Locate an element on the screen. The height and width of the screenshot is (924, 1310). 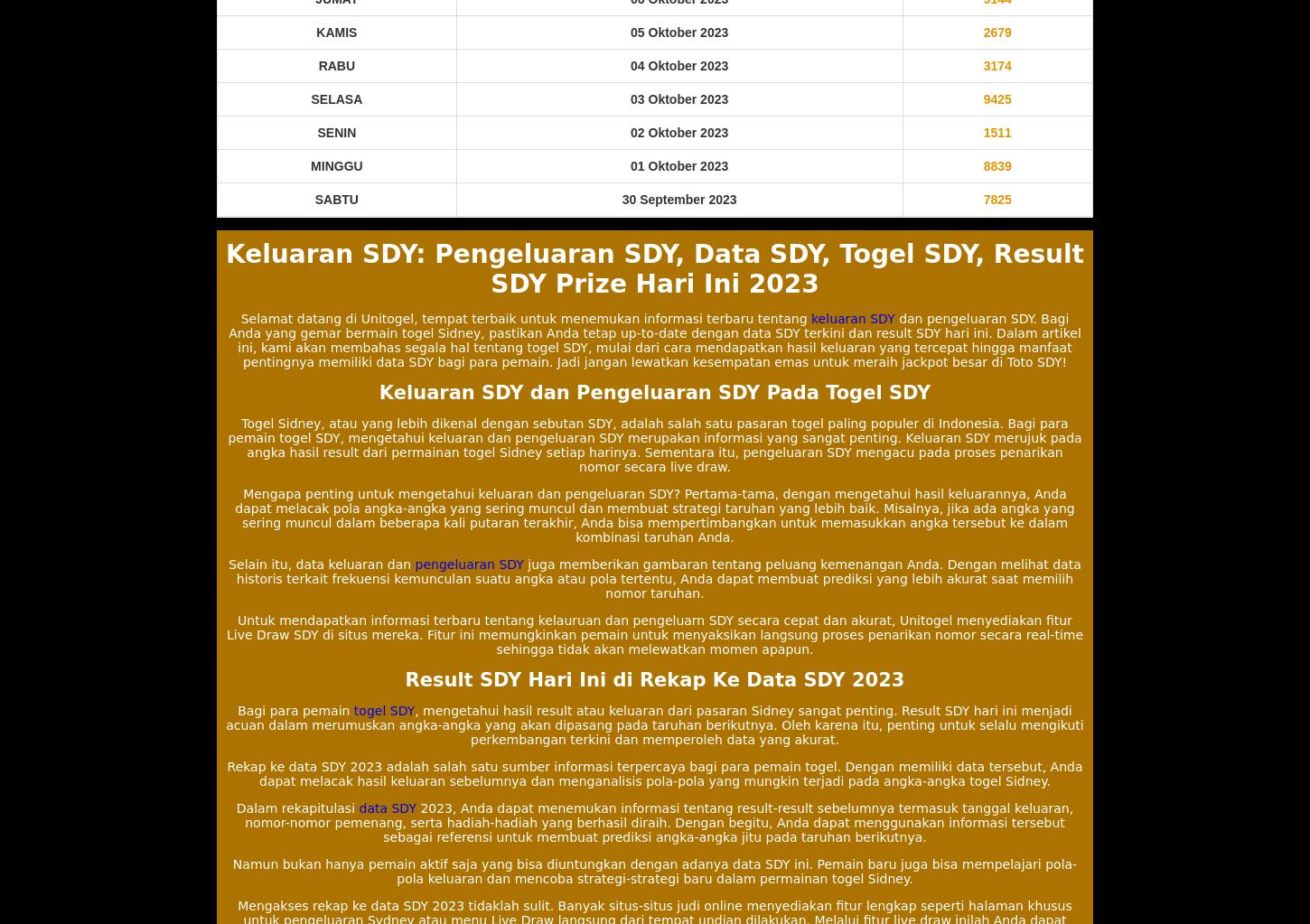
'juga memberikan gambaran tentang peluang kemenangan Anda. Dengan melihat data historis terkait frekuensi kemunculan suatu angka atau pola tertentu, Anda dapat membuat prediksi yang lebih akurat saat memilih nomor taruhan.' is located at coordinates (658, 577).